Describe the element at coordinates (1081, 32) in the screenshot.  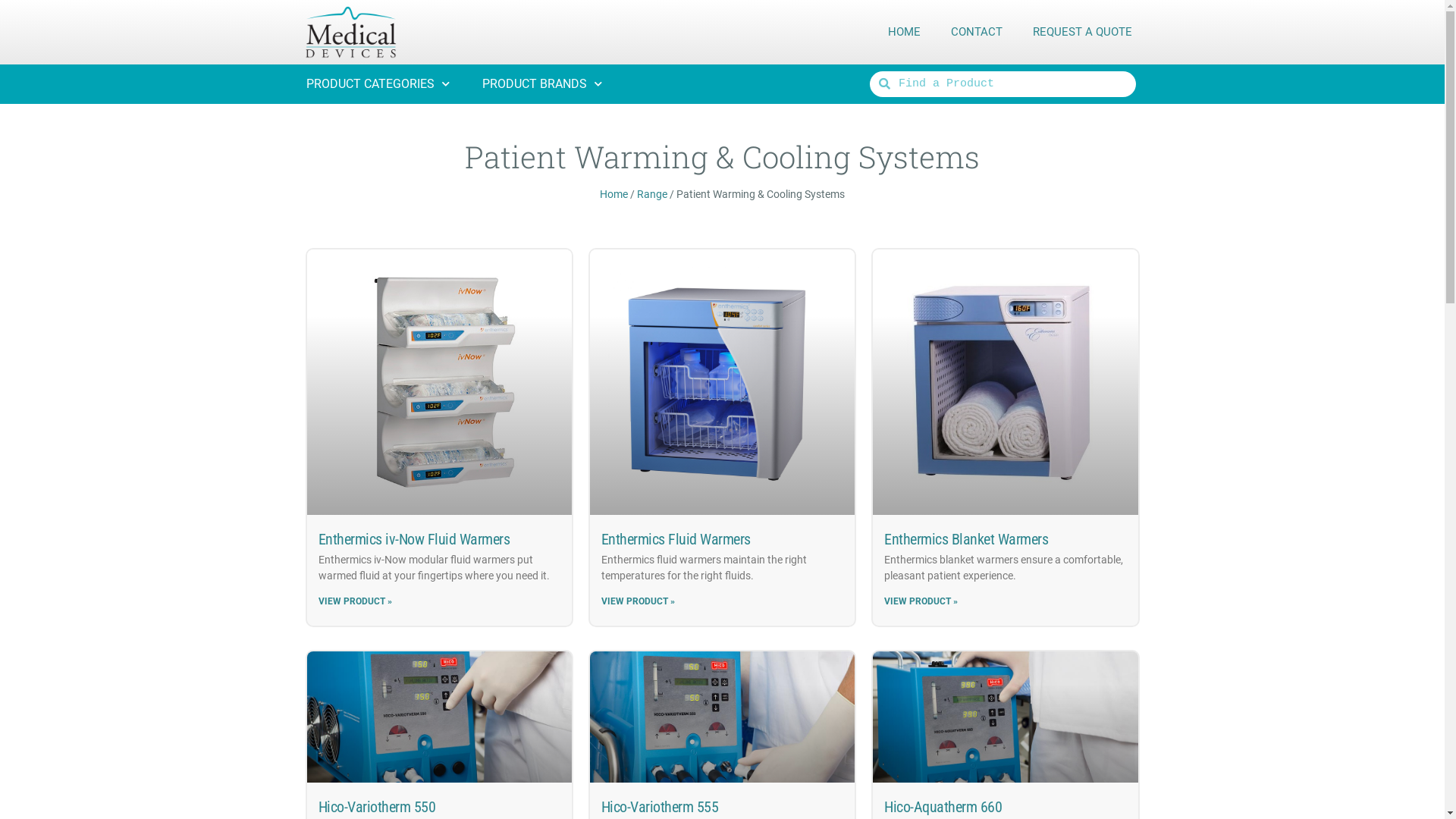
I see `'REQUEST A QUOTE'` at that location.